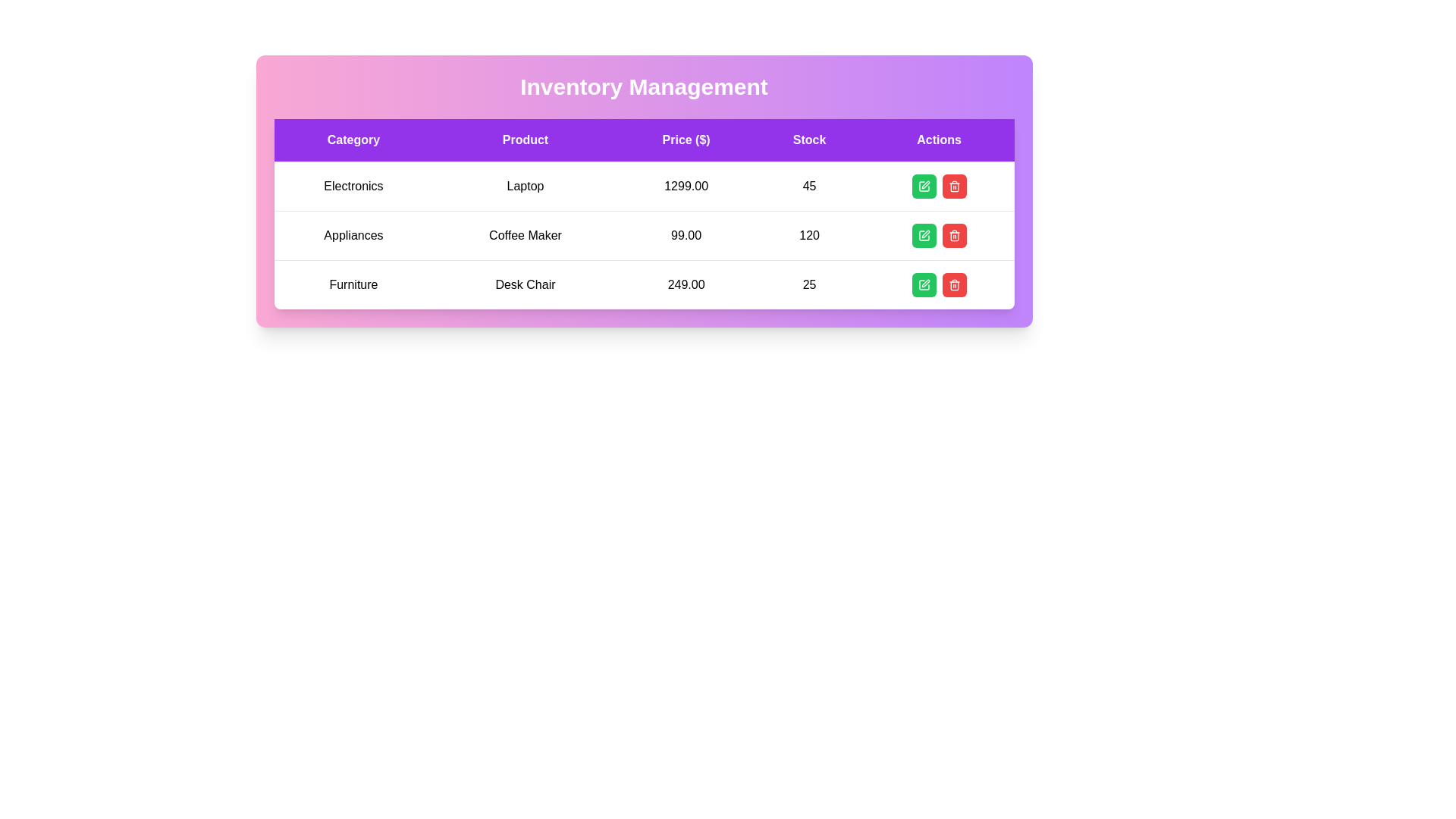 This screenshot has width=1456, height=819. Describe the element at coordinates (808, 236) in the screenshot. I see `stock quantity value of the product 'Coffee Maker' located in the 'Stock' column of the inventory management table` at that location.